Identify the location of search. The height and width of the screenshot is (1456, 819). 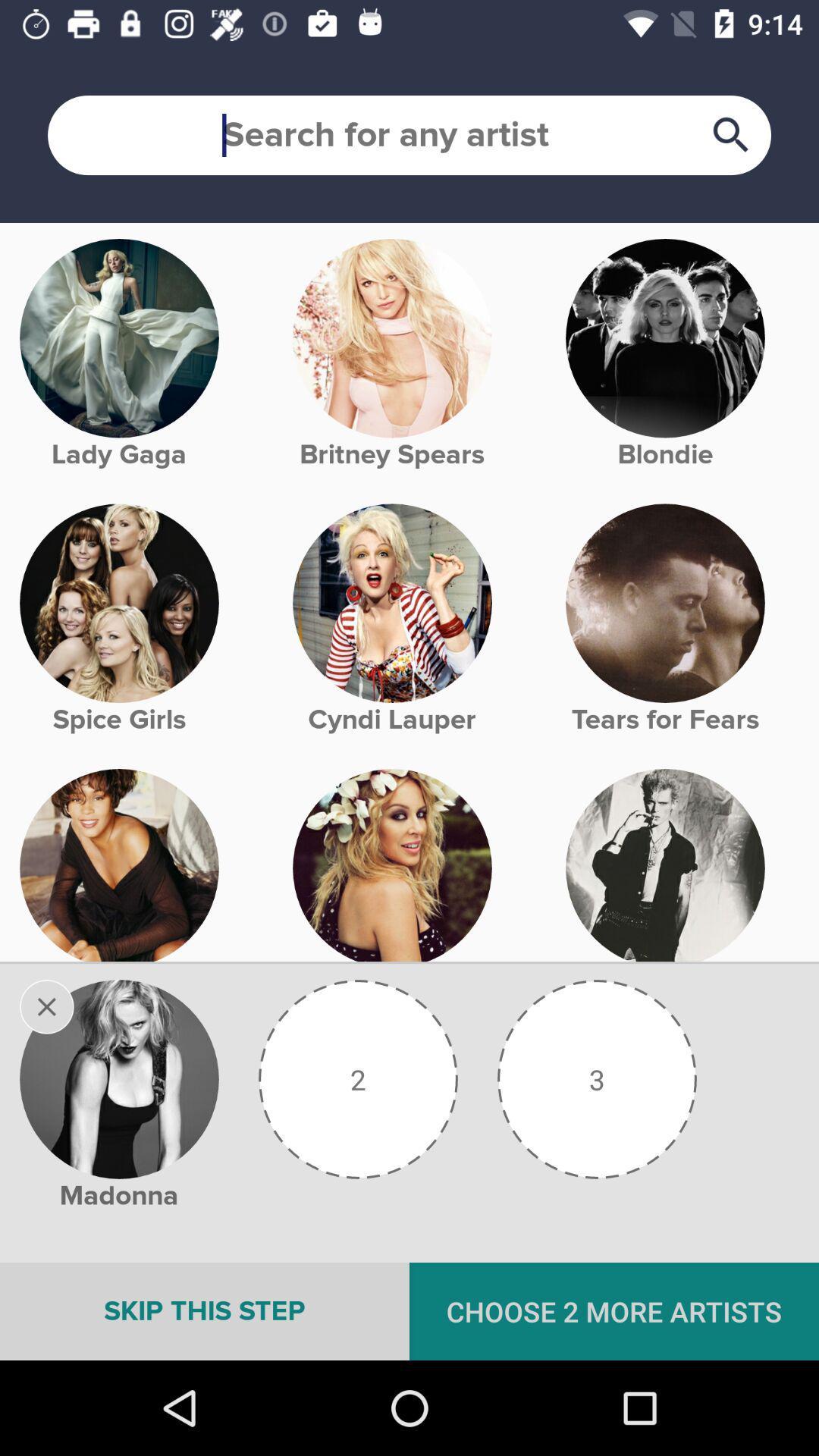
(409, 135).